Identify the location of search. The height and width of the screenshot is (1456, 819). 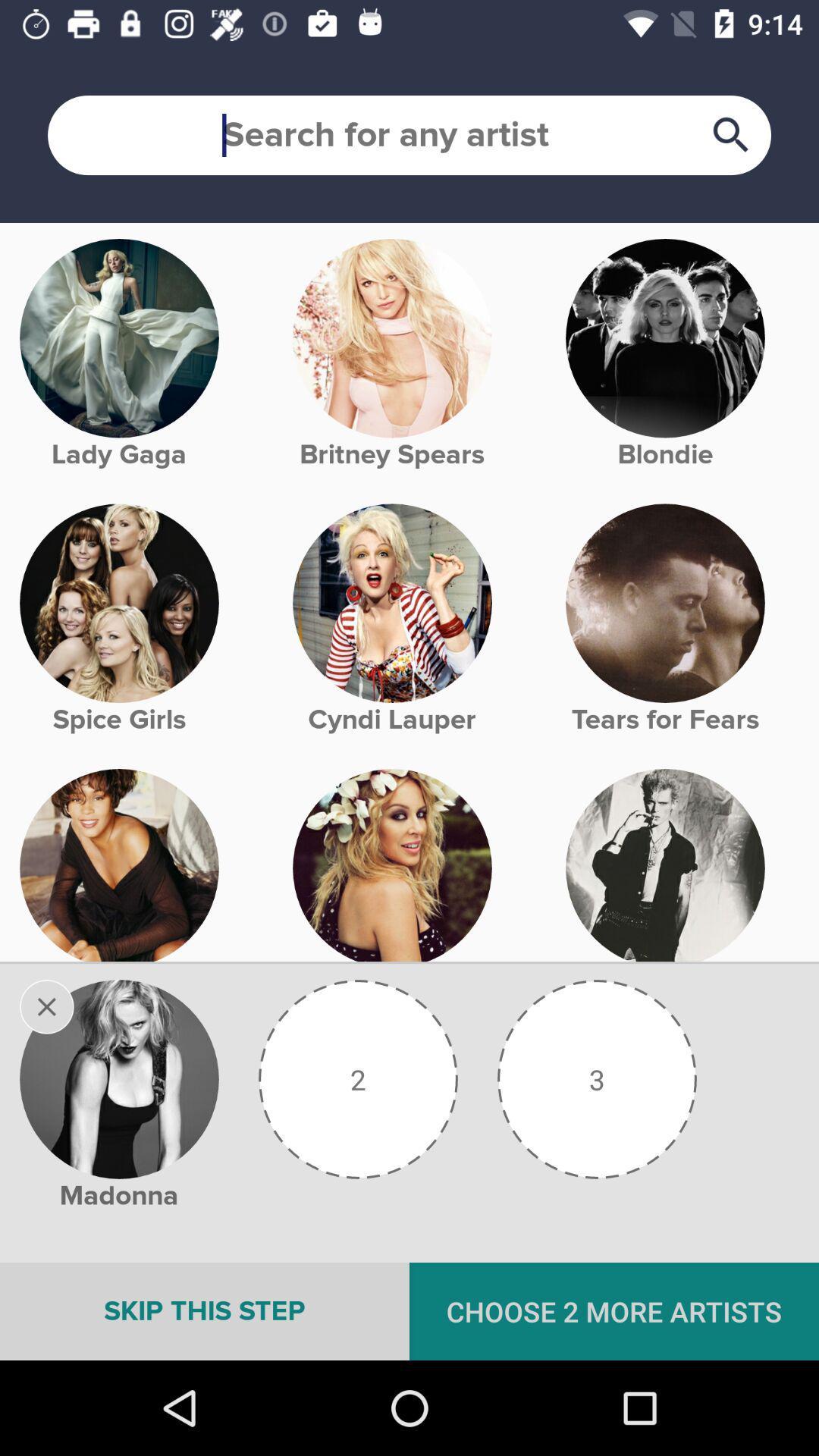
(409, 135).